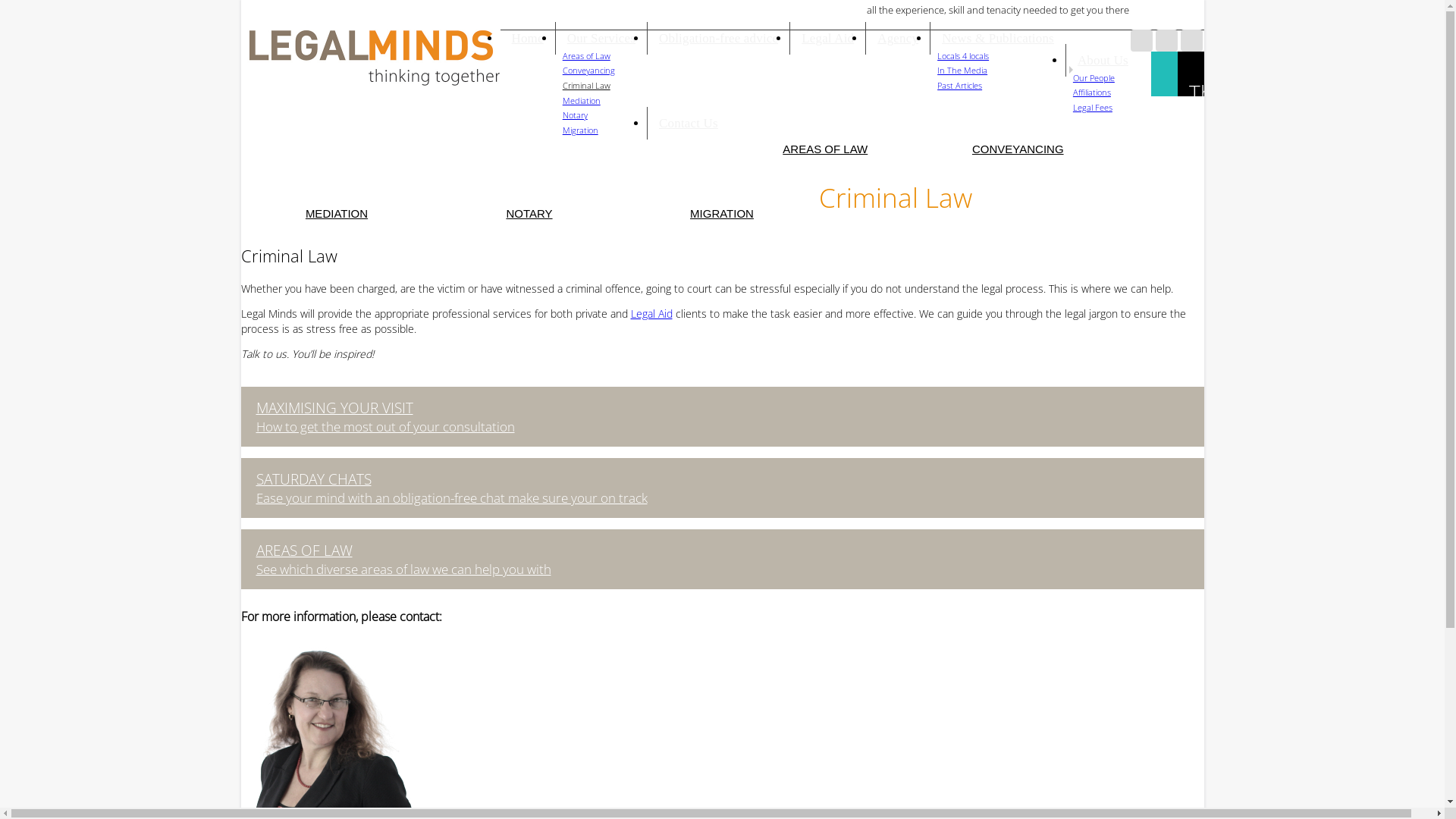  I want to click on 'In The Media', so click(961, 70).